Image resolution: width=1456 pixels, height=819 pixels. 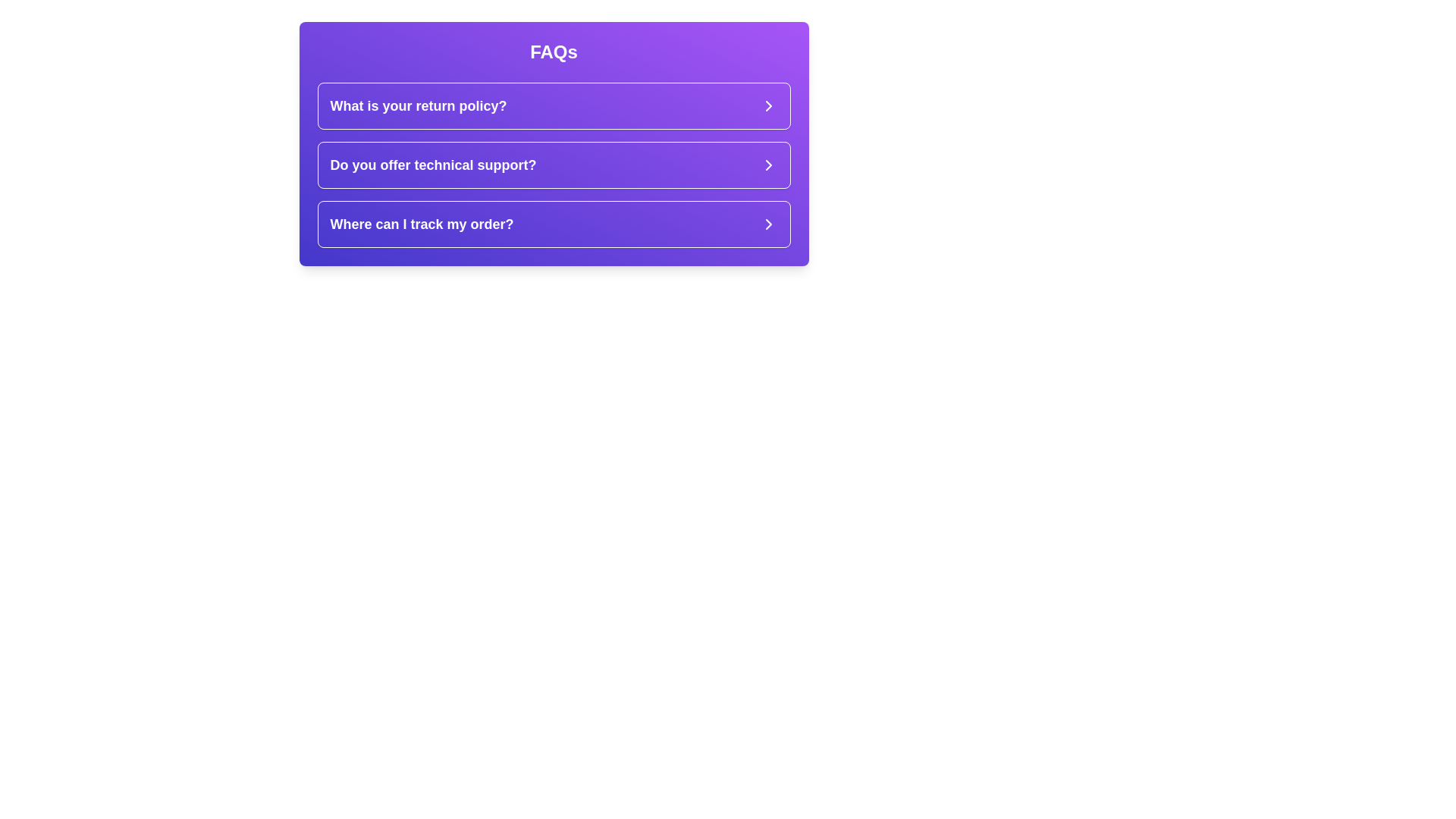 What do you see at coordinates (553, 165) in the screenshot?
I see `the second FAQ item labeled 'Do you offer technical support?'` at bounding box center [553, 165].